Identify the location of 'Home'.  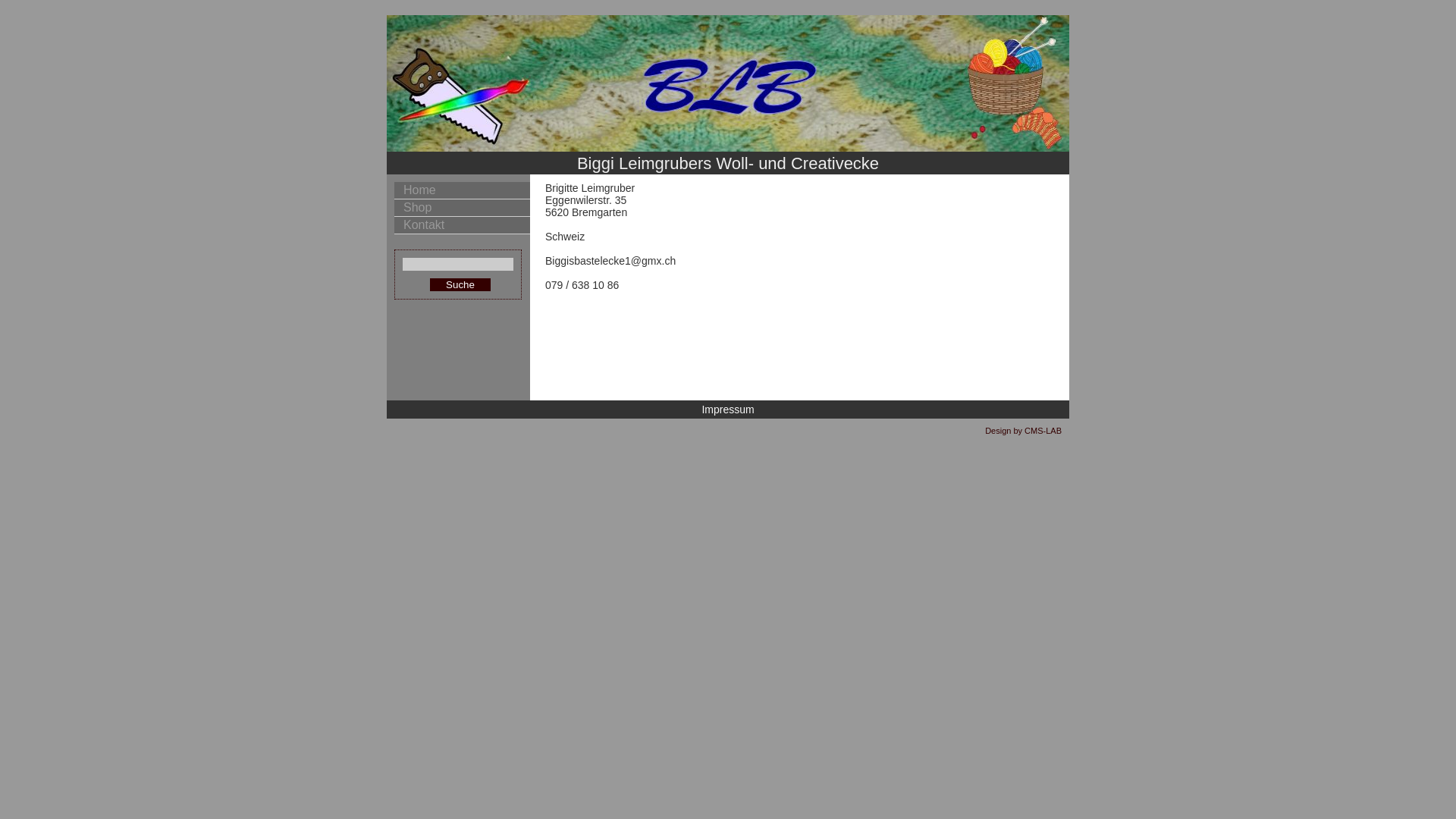
(461, 190).